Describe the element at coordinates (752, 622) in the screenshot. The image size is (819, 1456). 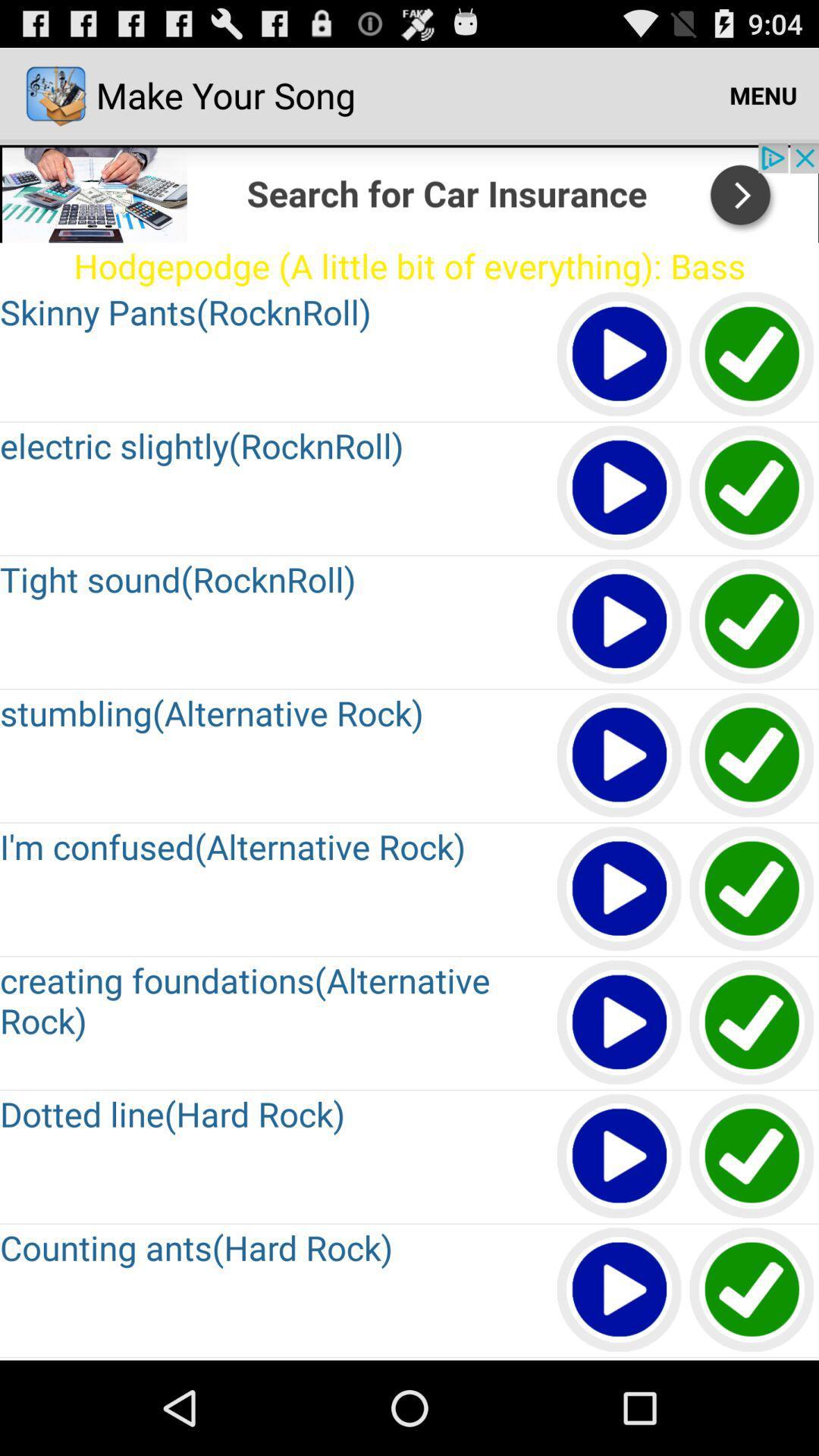
I see `click on select button` at that location.